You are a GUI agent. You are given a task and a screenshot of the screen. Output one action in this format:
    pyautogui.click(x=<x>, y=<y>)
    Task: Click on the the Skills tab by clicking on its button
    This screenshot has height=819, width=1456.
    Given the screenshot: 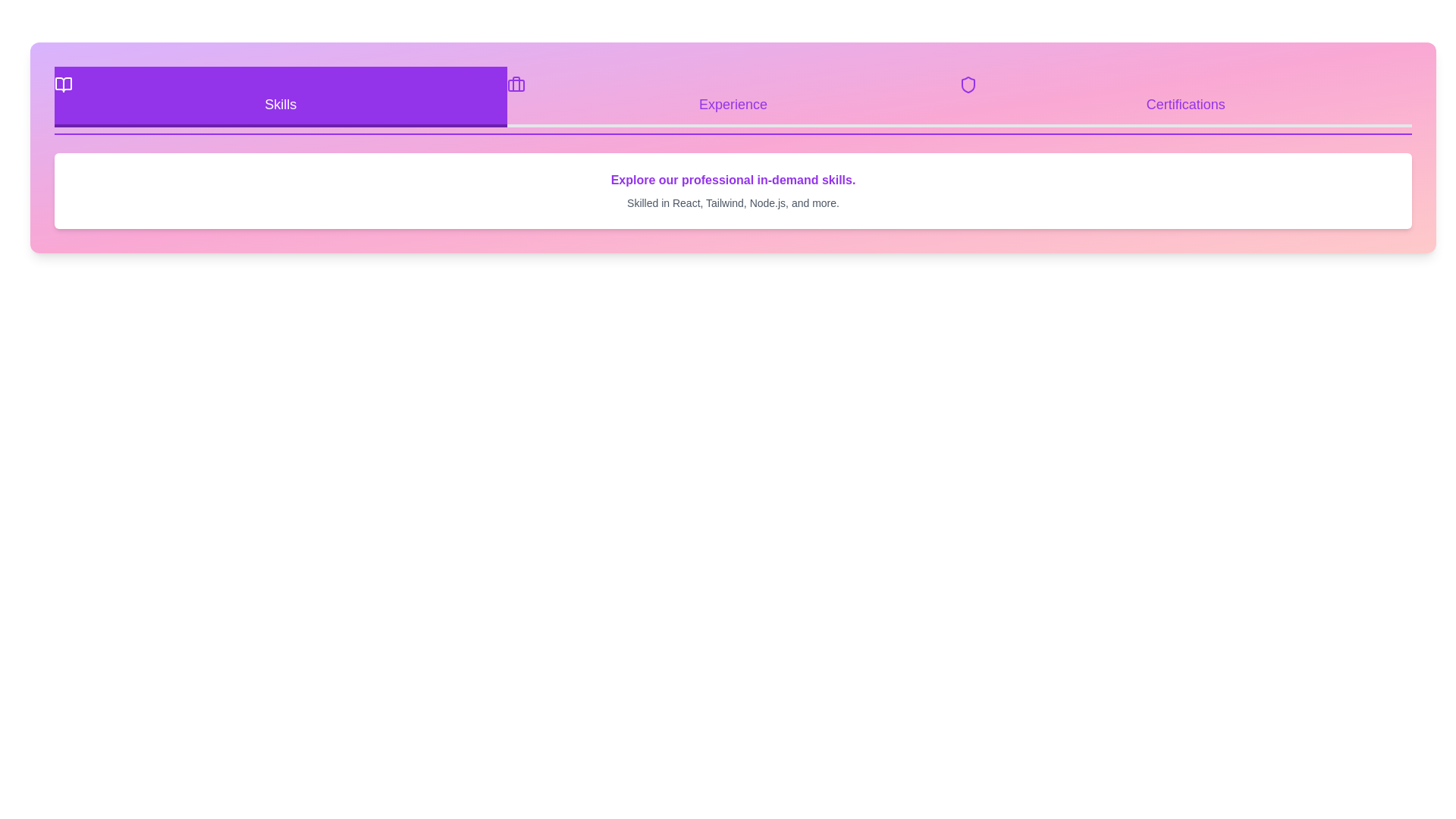 What is the action you would take?
    pyautogui.click(x=280, y=96)
    